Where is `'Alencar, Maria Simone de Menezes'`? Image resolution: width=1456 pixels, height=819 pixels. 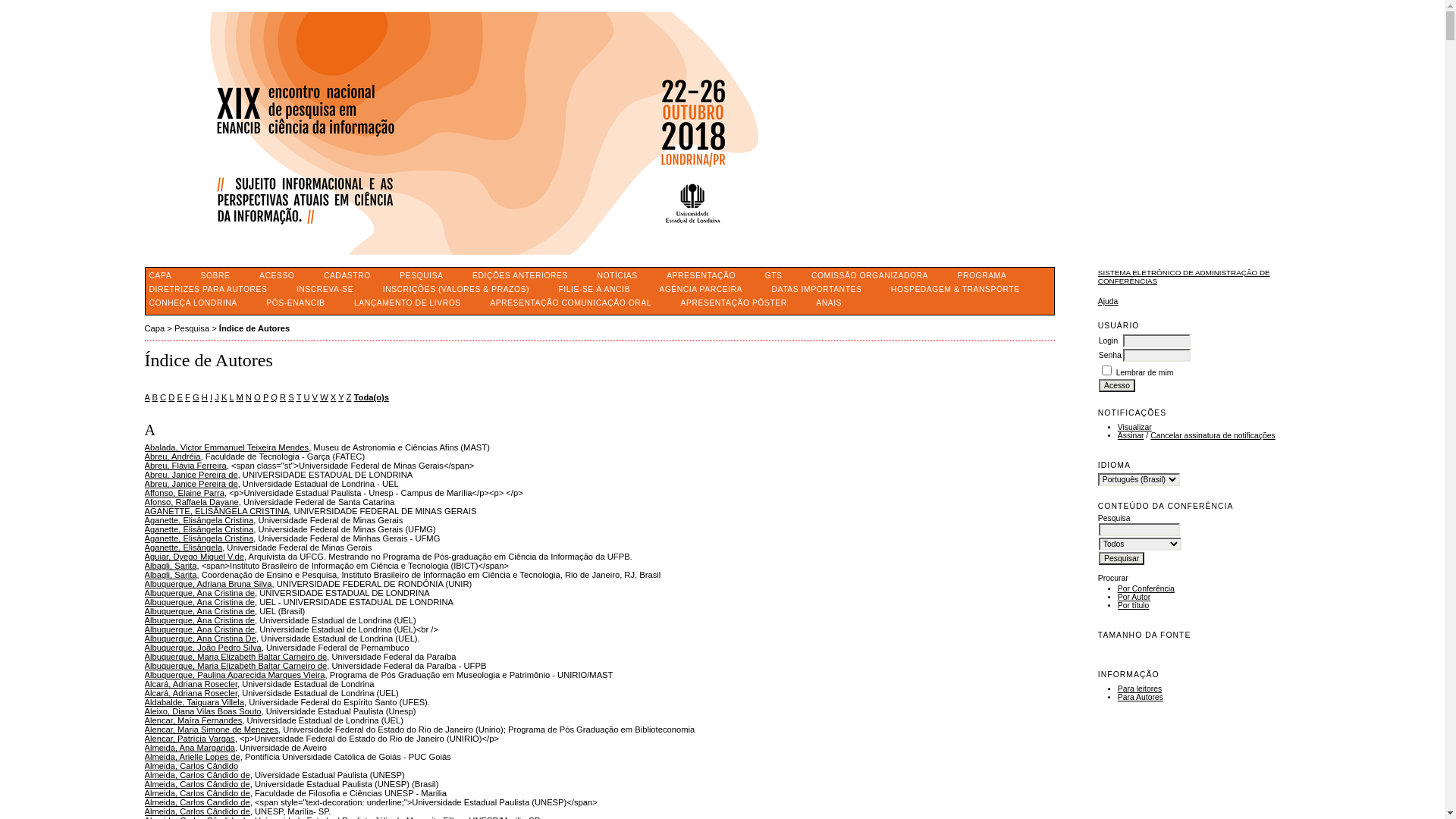 'Alencar, Maria Simone de Menezes' is located at coordinates (210, 728).